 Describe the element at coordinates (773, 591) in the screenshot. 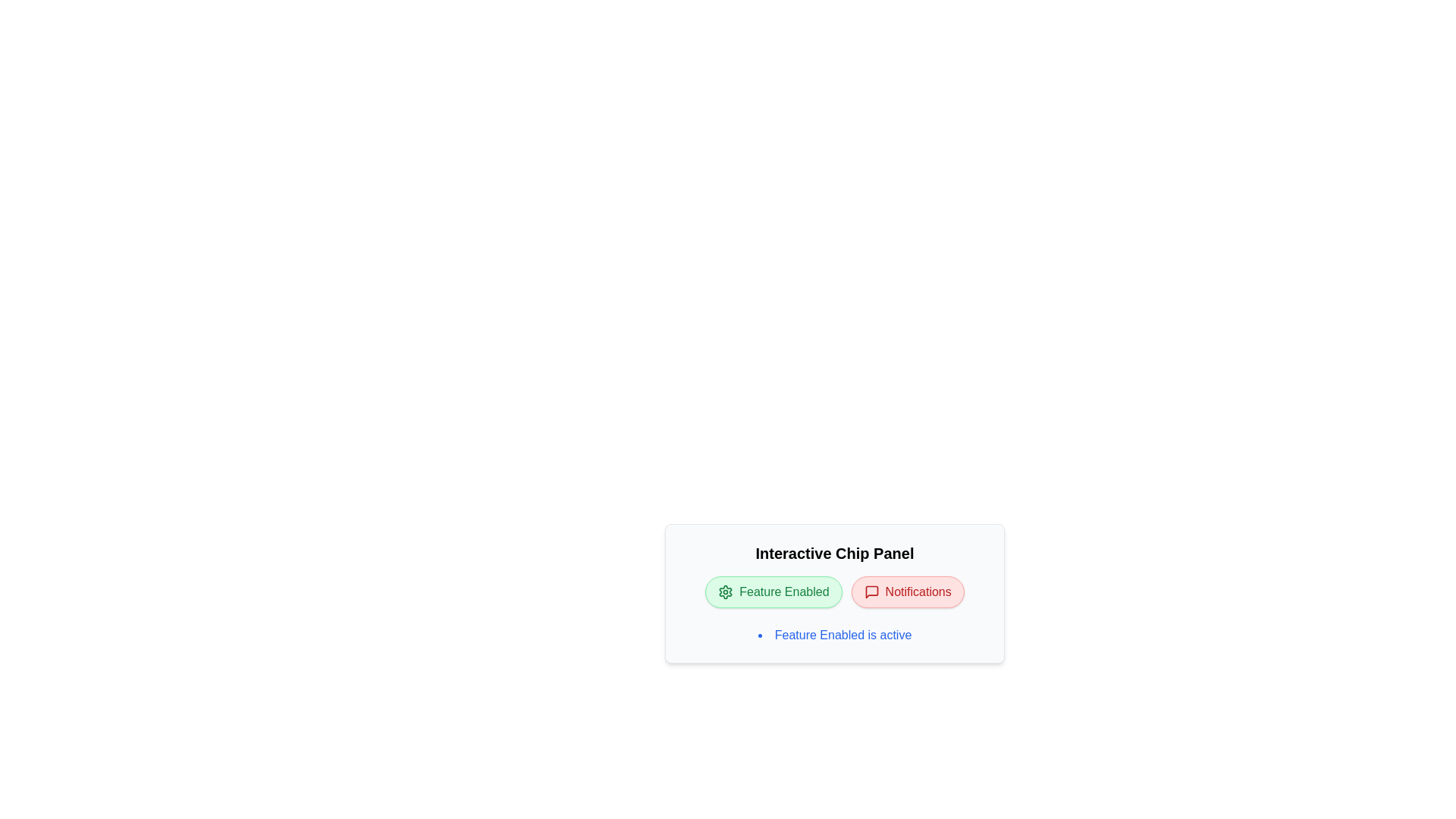

I see `the "Feature Enabled" chip to toggle its active state` at that location.